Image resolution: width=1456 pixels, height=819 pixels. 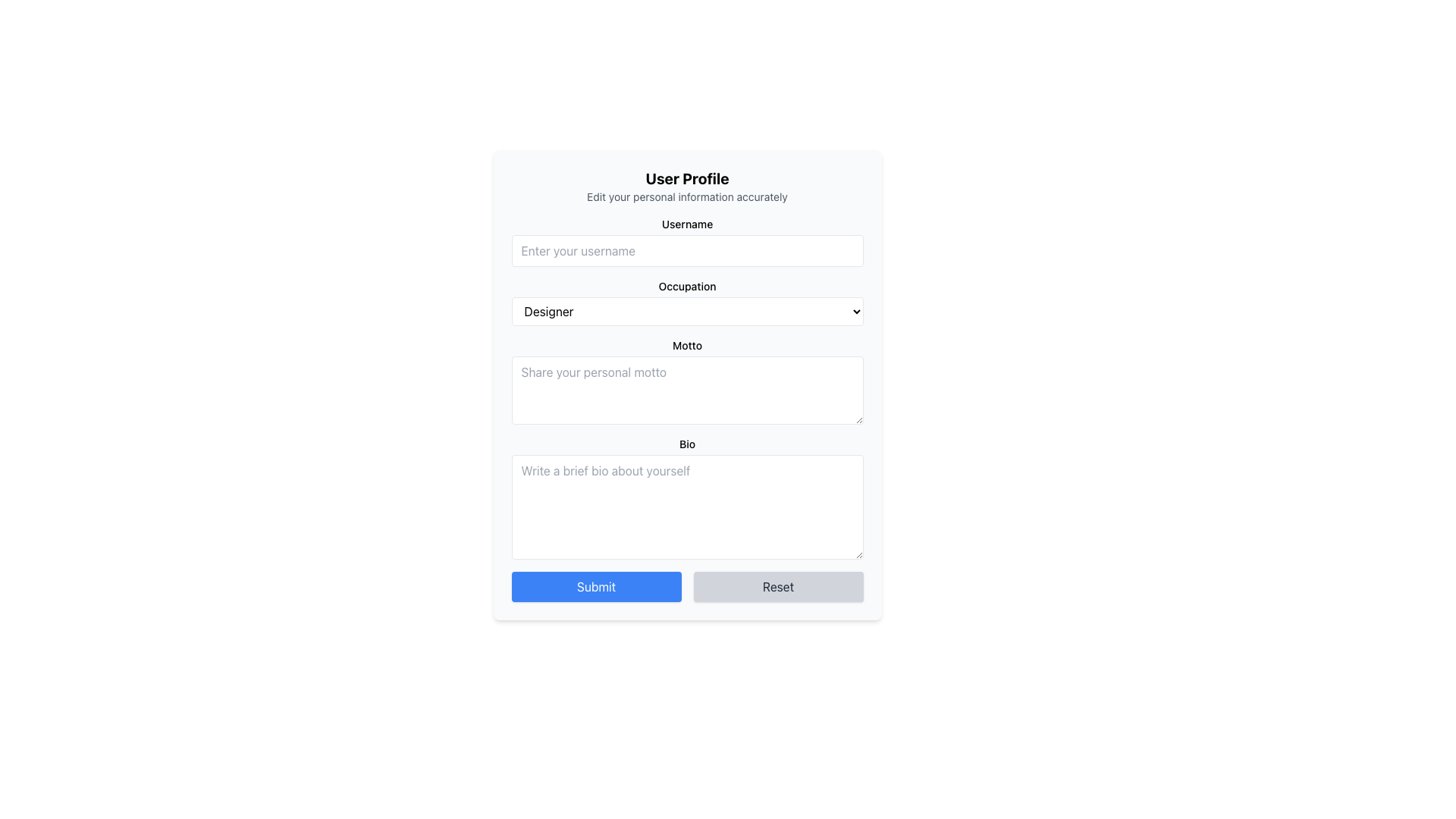 What do you see at coordinates (686, 196) in the screenshot?
I see `the static text element displaying 'Edit your personal information accurately', which is positioned directly below the 'User Profile' header` at bounding box center [686, 196].